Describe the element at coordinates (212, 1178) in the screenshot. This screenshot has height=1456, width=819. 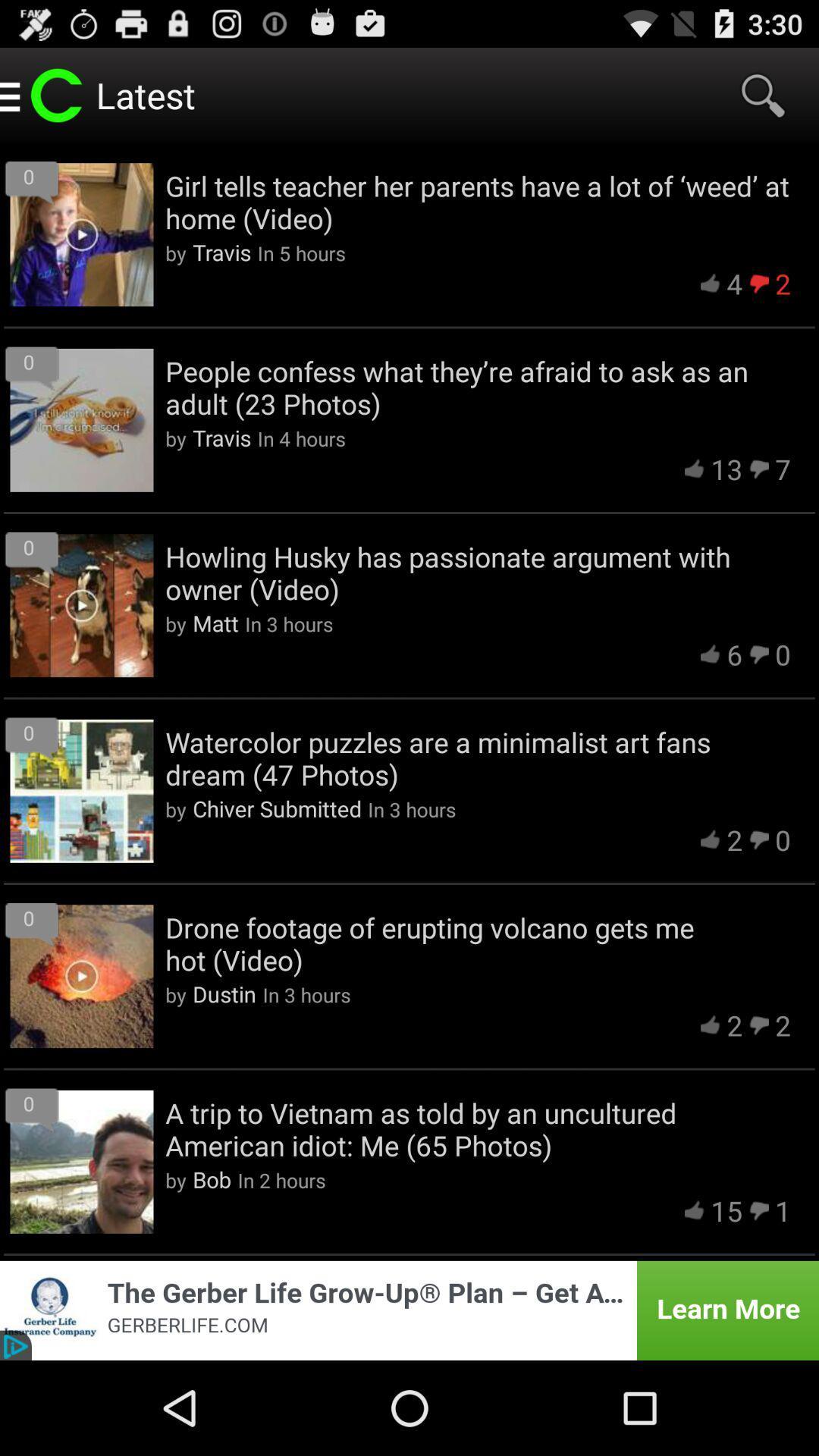
I see `bob icon` at that location.